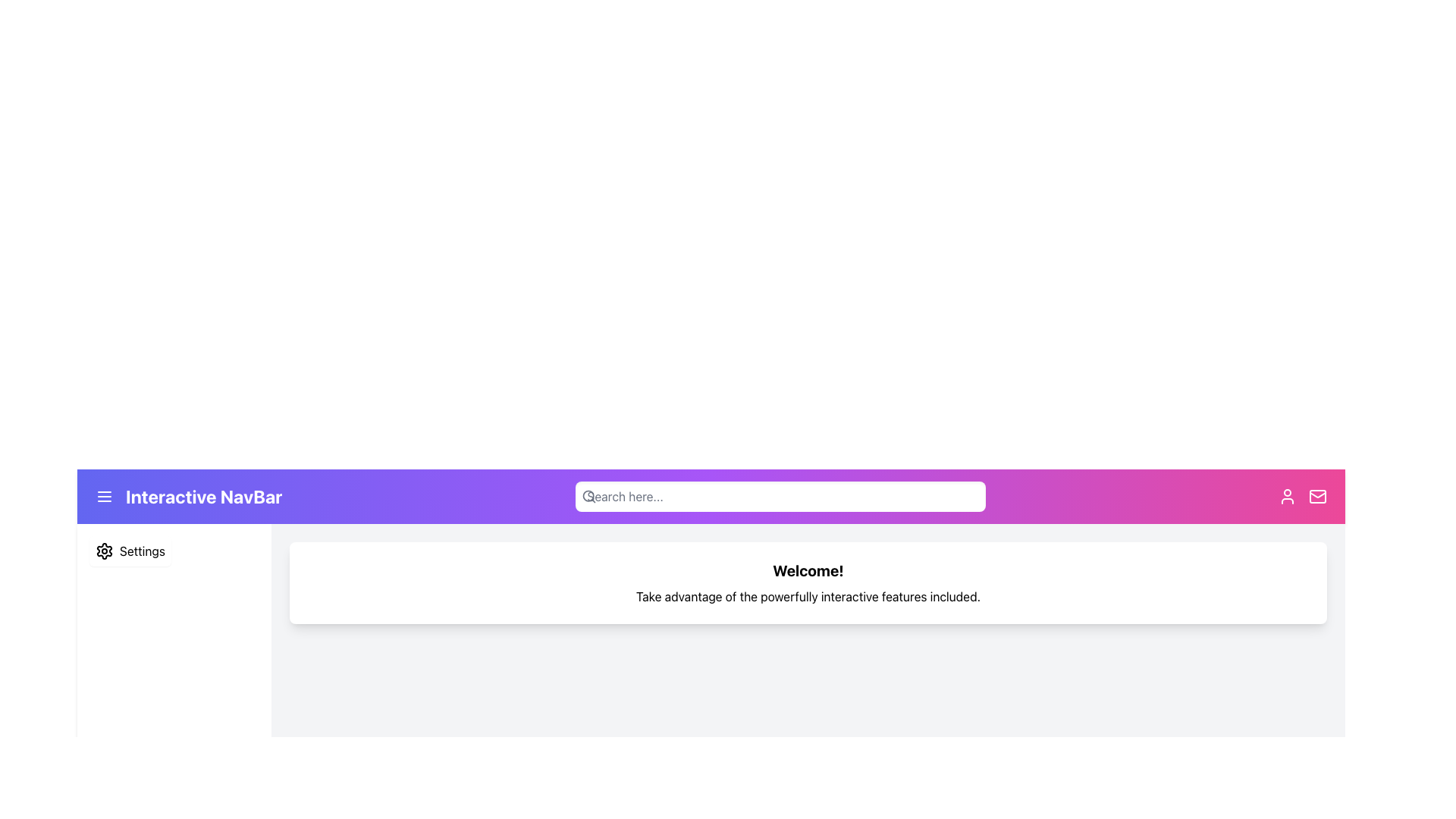 The width and height of the screenshot is (1456, 819). Describe the element at coordinates (104, 497) in the screenshot. I see `the hamburger menu icon located in the purple section of the top navigation bar` at that location.